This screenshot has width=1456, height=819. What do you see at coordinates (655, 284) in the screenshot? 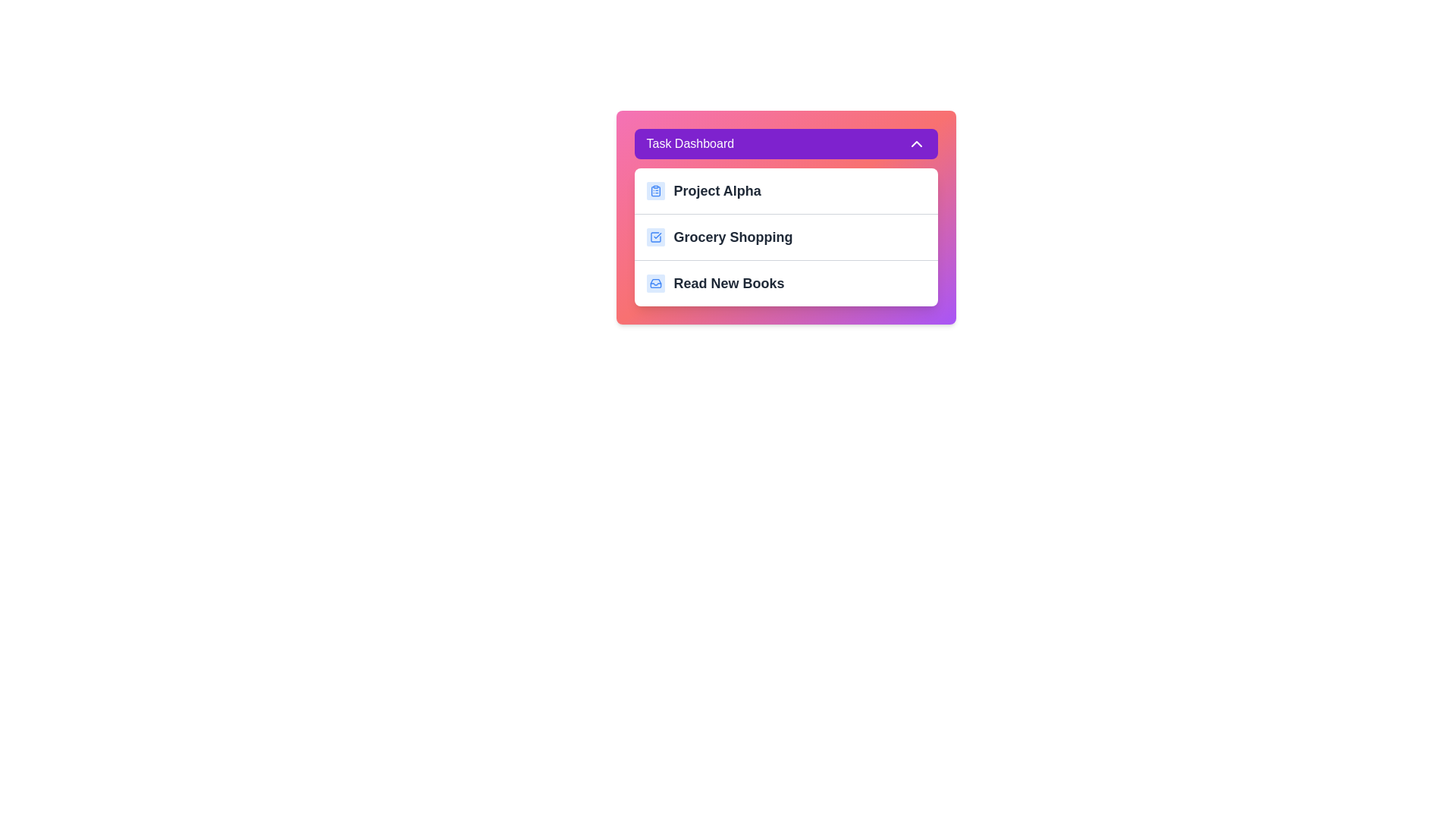
I see `the icon located to the left of the 'Read New Books' text, which serves as an indicator or enhancer for the task` at bounding box center [655, 284].